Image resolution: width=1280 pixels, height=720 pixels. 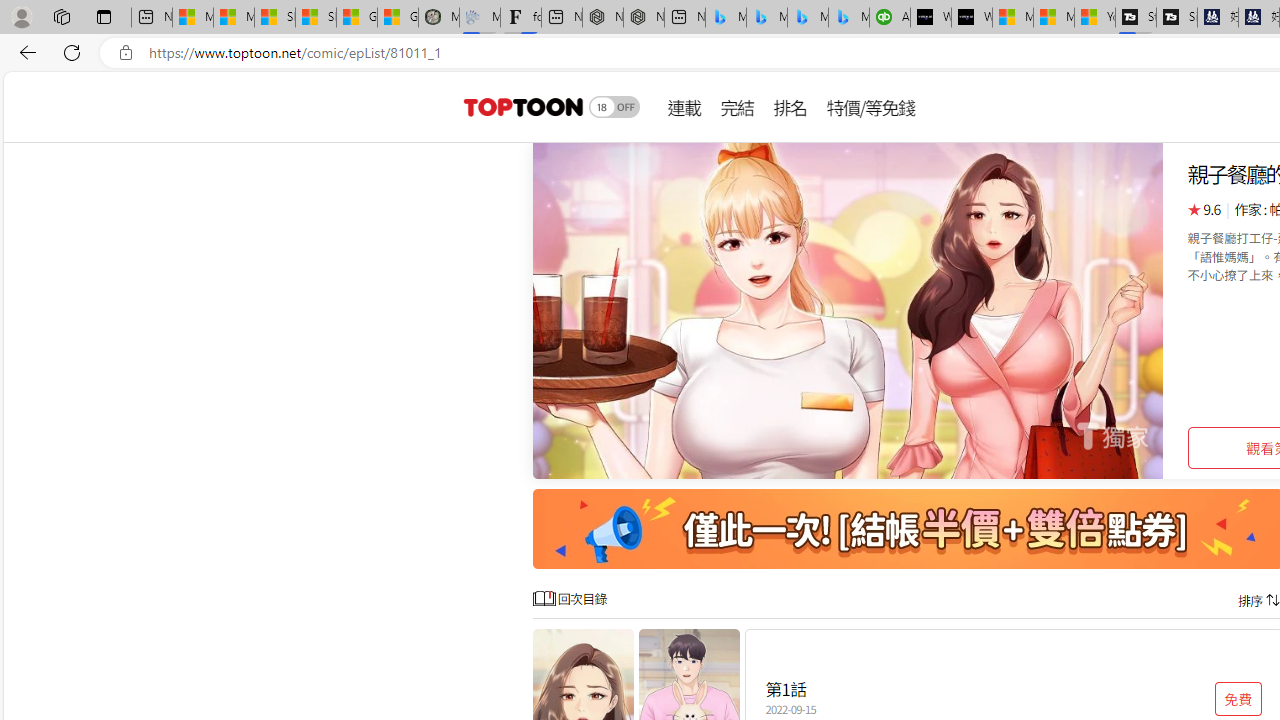 I want to click on 'Microsoft Bing Travel - Stays in Bangkok, Bangkok, Thailand', so click(x=766, y=17).